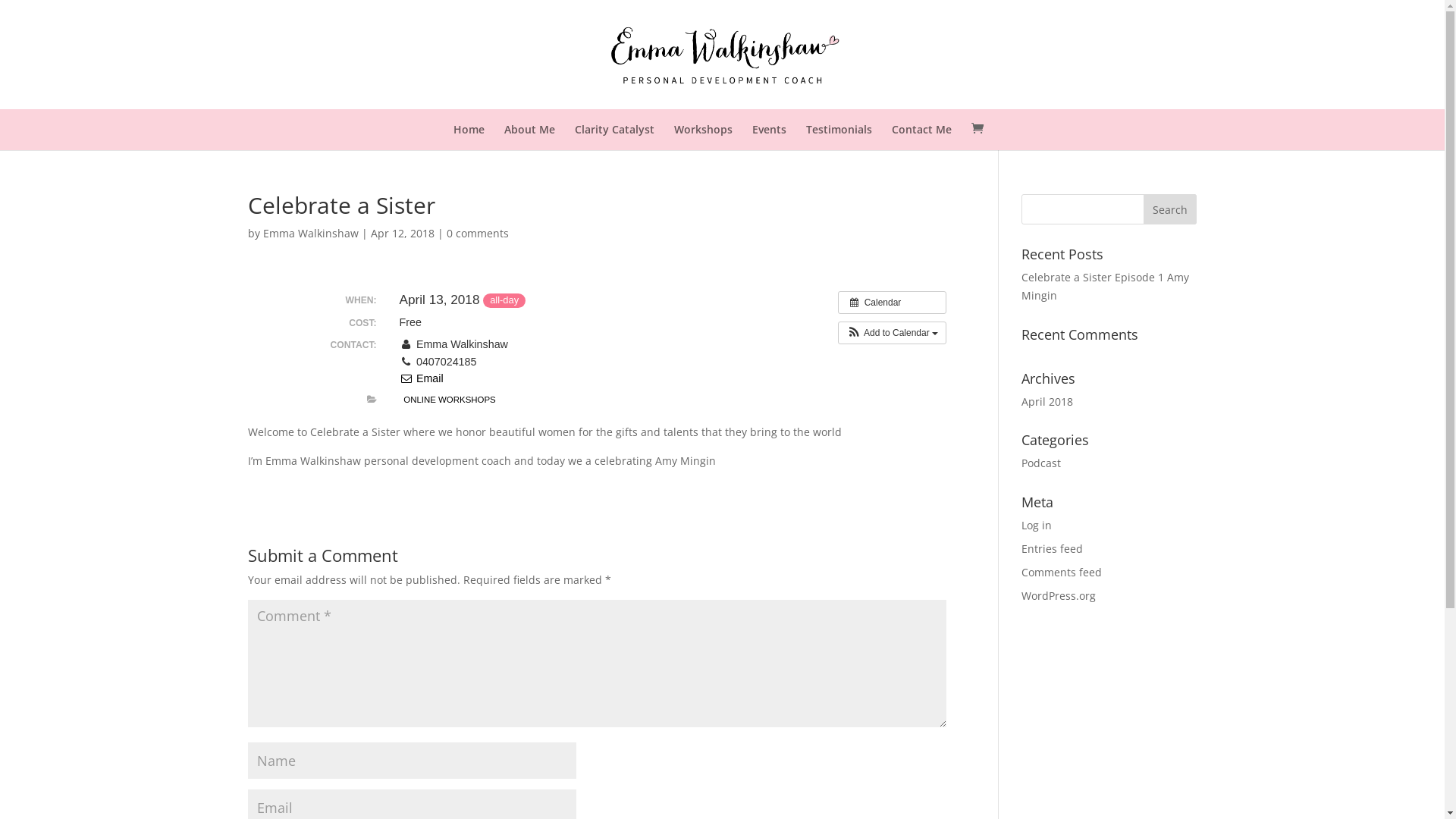 The image size is (1456, 819). Describe the element at coordinates (702, 128) in the screenshot. I see `'Workshops'` at that location.